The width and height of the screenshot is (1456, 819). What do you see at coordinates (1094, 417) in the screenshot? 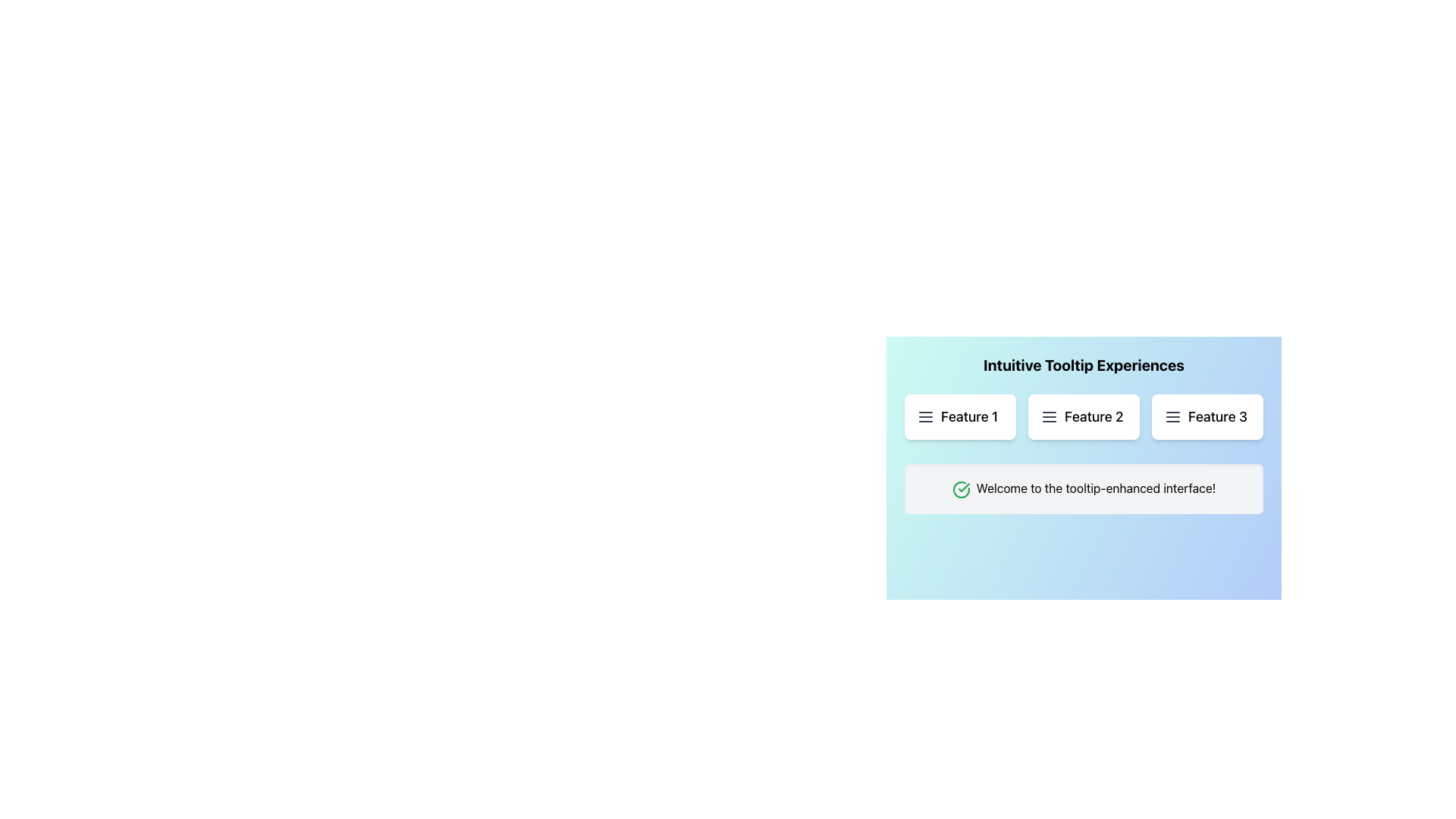
I see `the 'Feature 2' text label within its button` at bounding box center [1094, 417].